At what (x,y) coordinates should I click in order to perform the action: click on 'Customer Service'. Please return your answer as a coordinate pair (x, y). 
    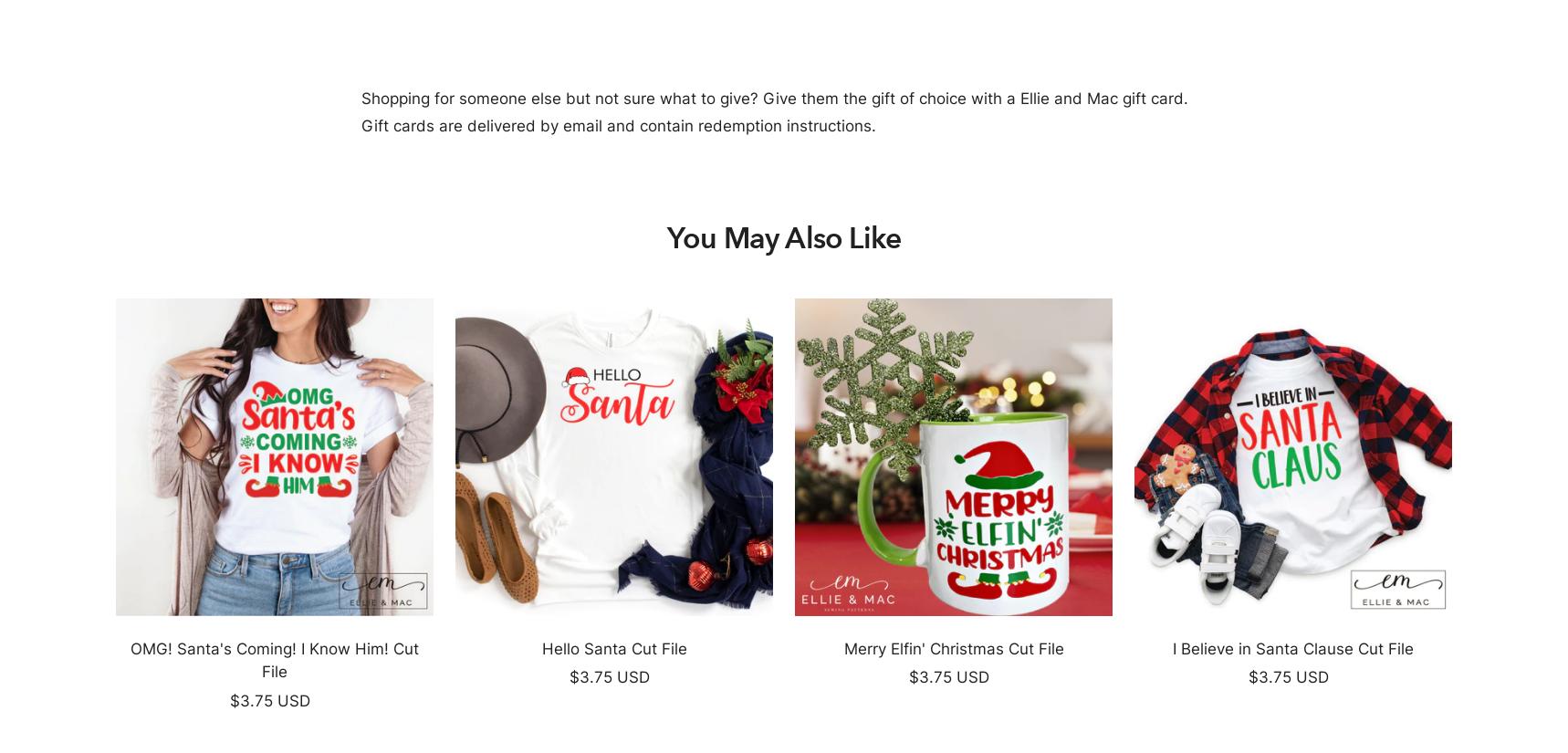
    Looking at the image, I should click on (783, 576).